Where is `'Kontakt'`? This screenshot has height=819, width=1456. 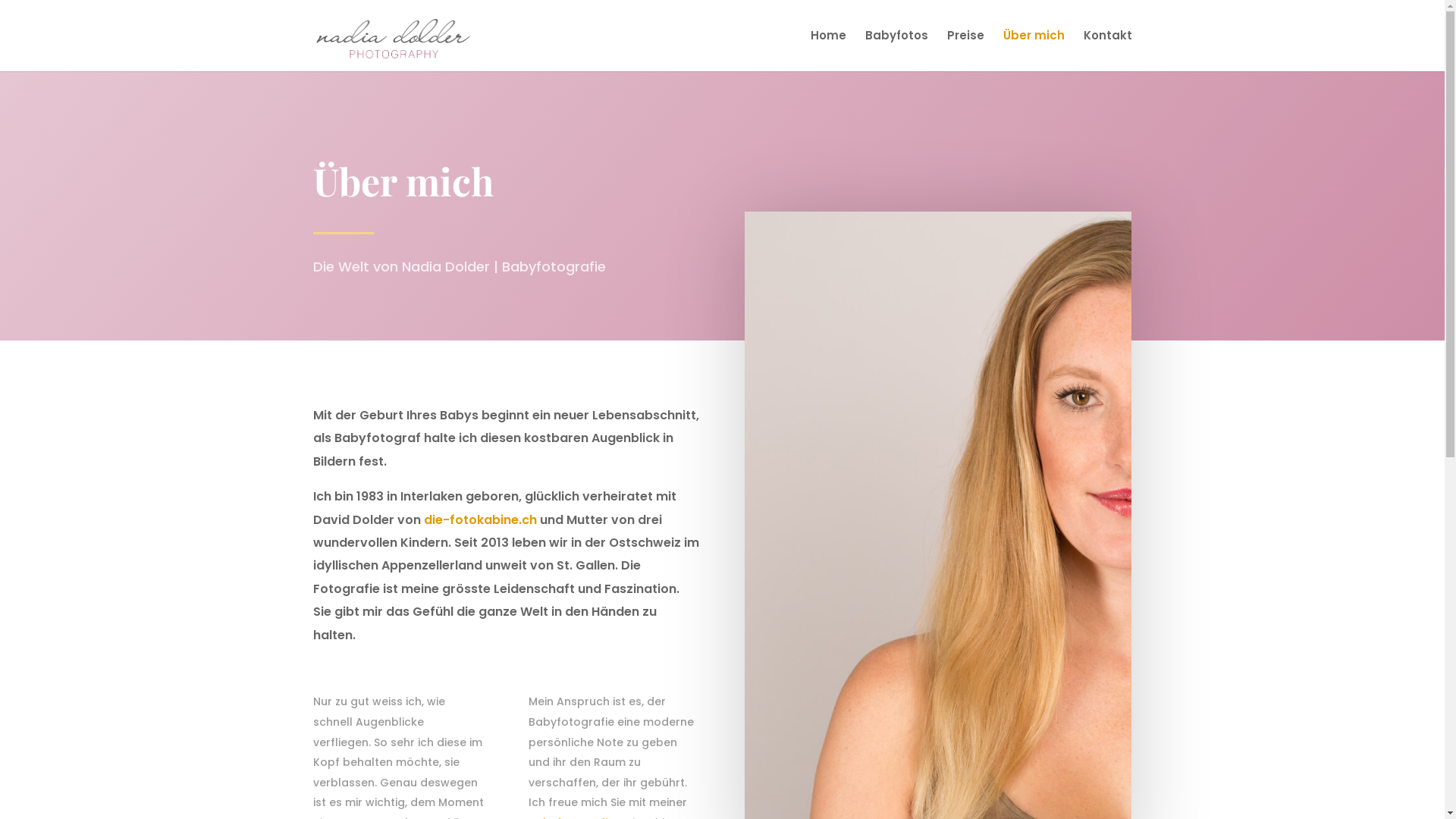 'Kontakt' is located at coordinates (1106, 49).